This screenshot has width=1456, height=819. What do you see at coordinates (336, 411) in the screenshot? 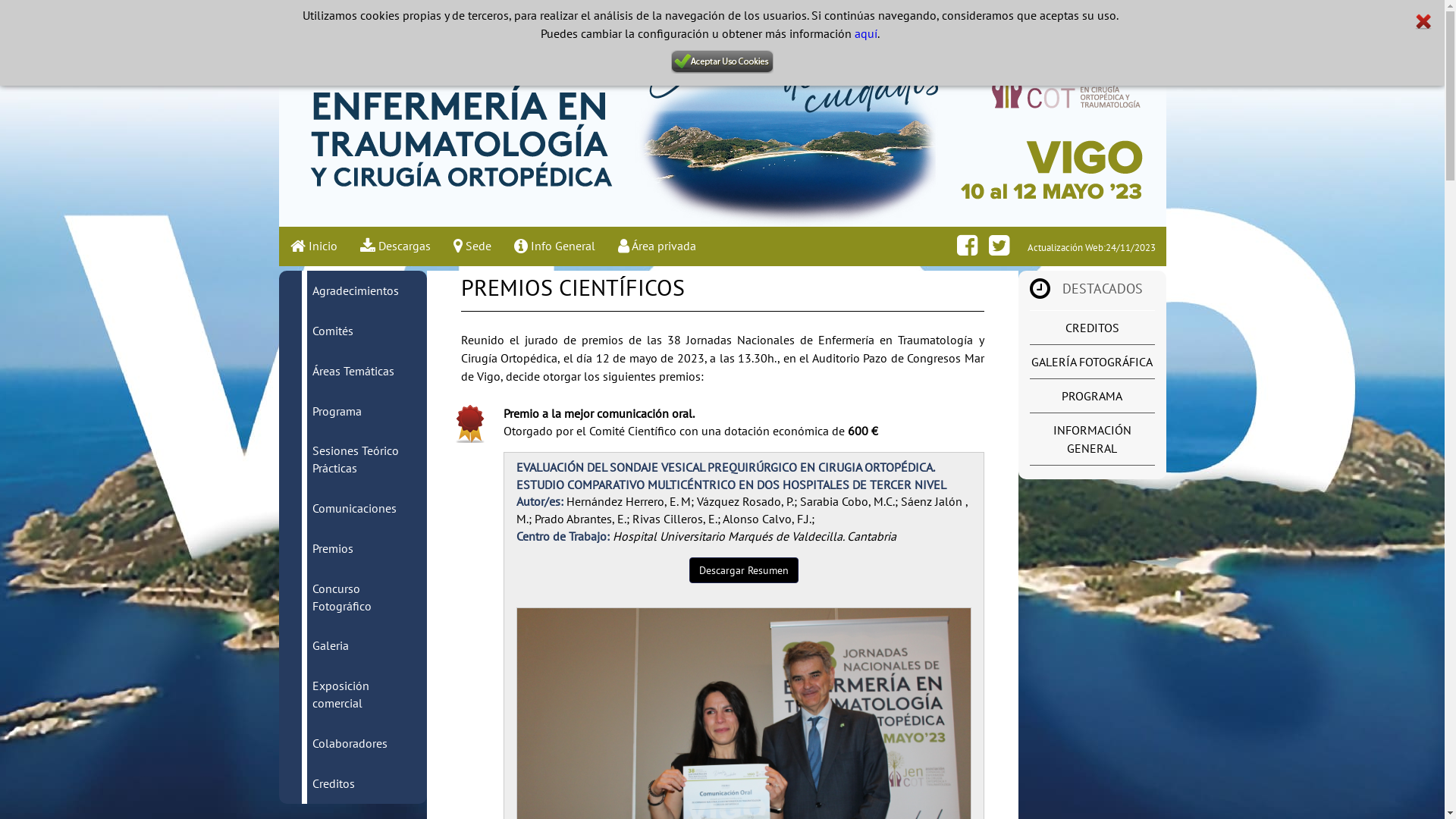
I see `'Programa'` at bounding box center [336, 411].